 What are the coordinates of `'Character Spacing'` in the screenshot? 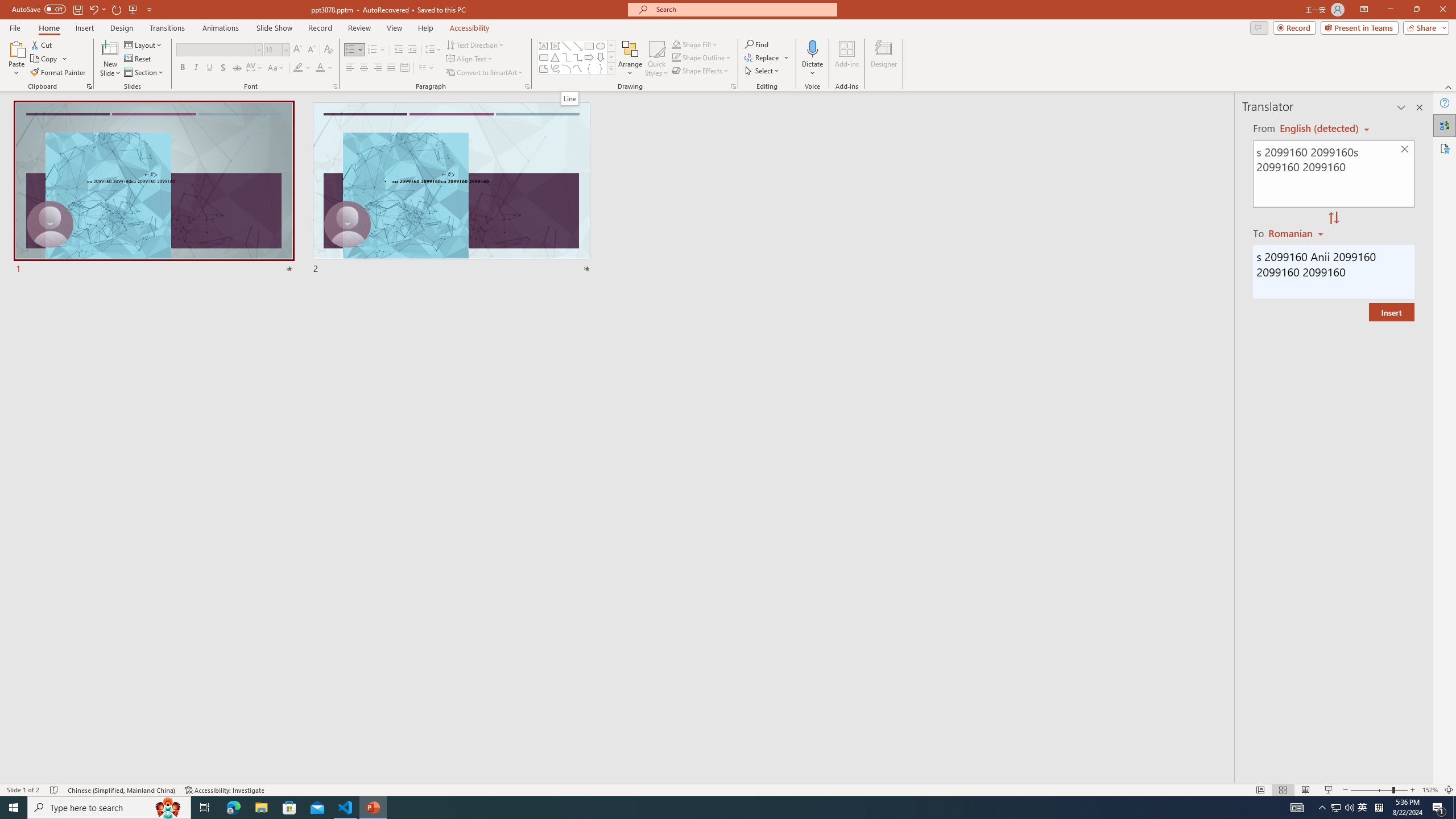 It's located at (255, 67).